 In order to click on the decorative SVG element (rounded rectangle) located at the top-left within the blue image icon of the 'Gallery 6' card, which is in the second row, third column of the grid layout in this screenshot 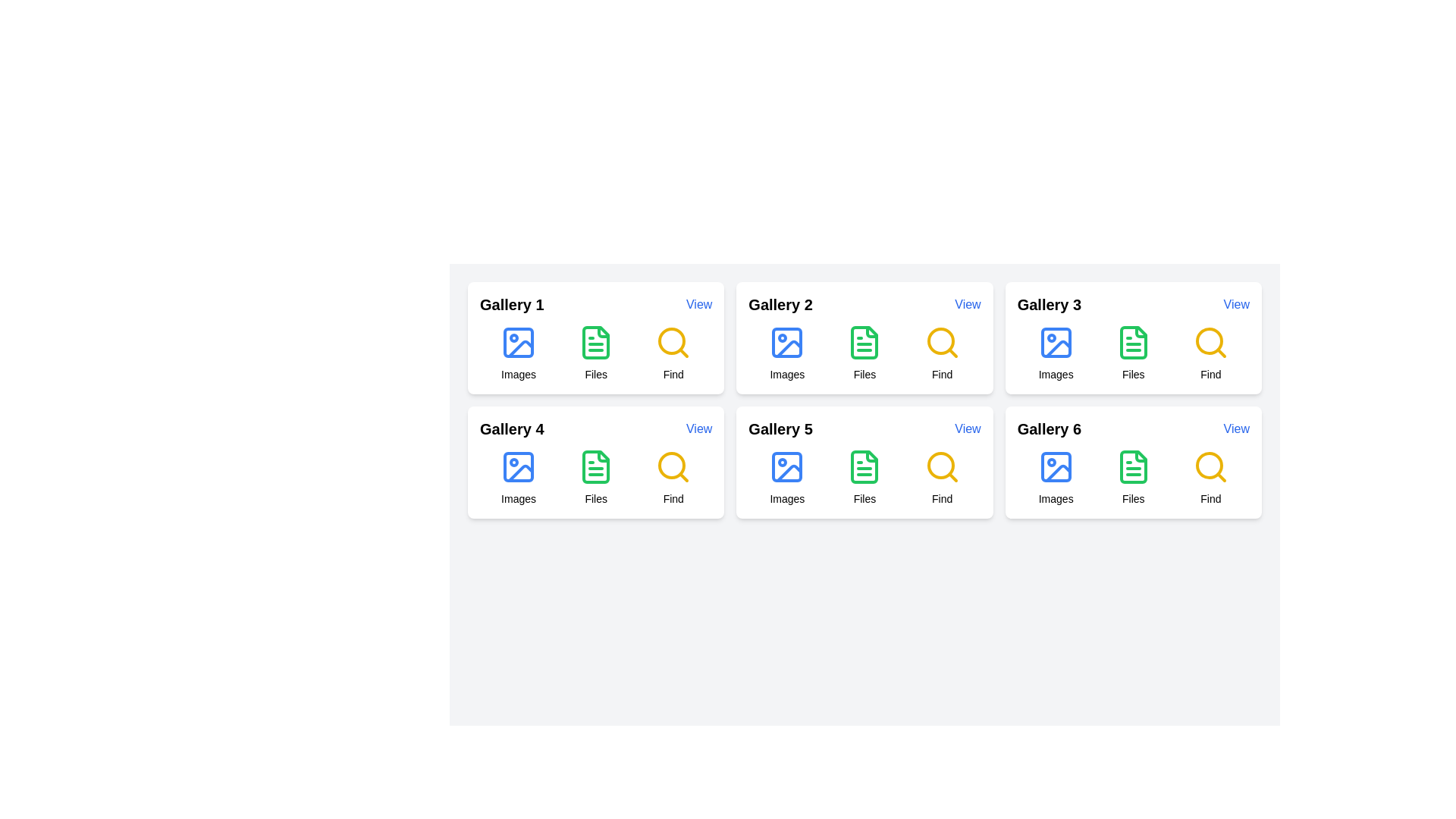, I will do `click(1055, 466)`.